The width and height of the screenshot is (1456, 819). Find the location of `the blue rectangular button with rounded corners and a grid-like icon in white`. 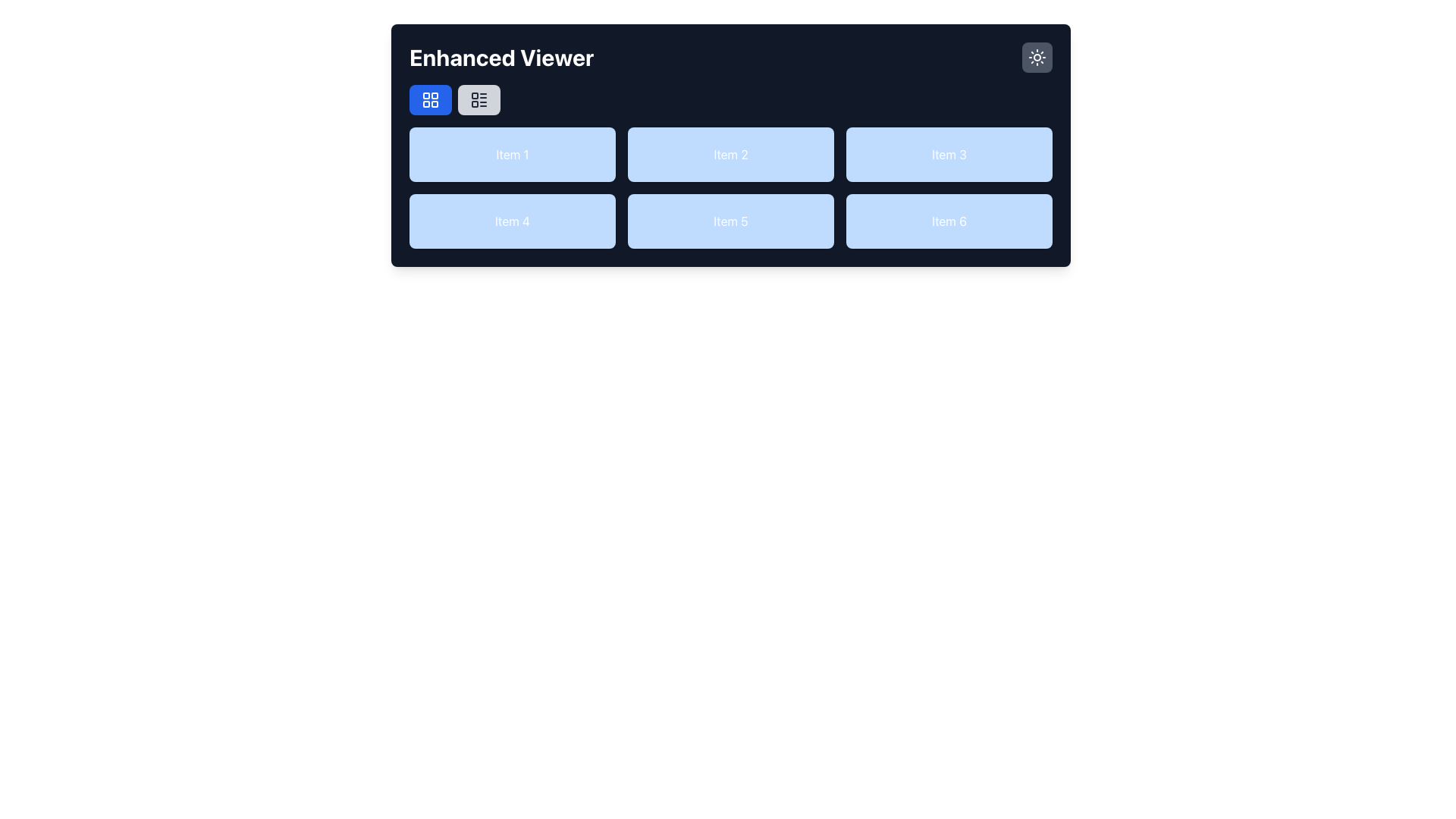

the blue rectangular button with rounded corners and a grid-like icon in white is located at coordinates (429, 99).